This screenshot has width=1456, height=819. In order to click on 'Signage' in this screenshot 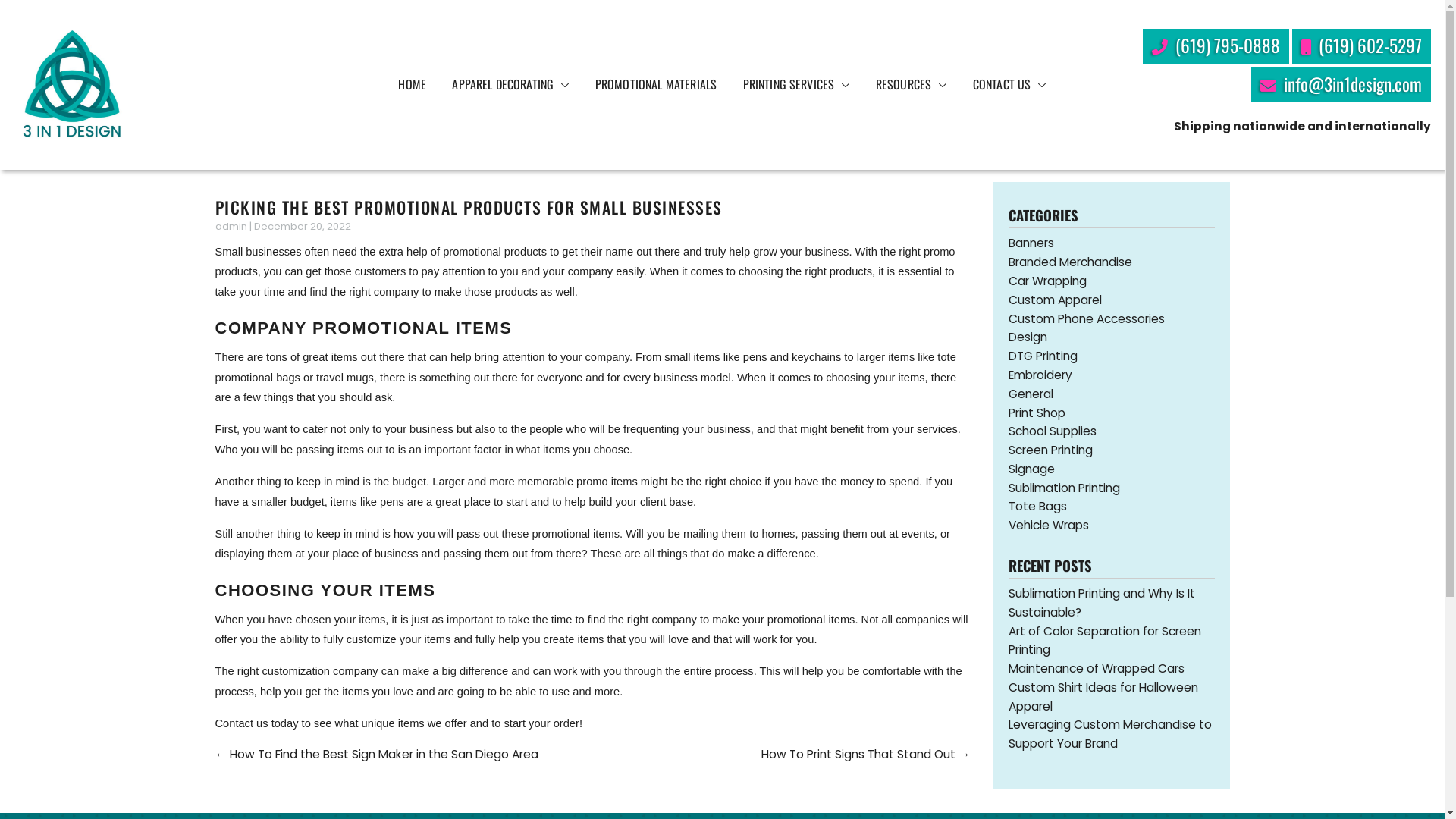, I will do `click(1031, 468)`.